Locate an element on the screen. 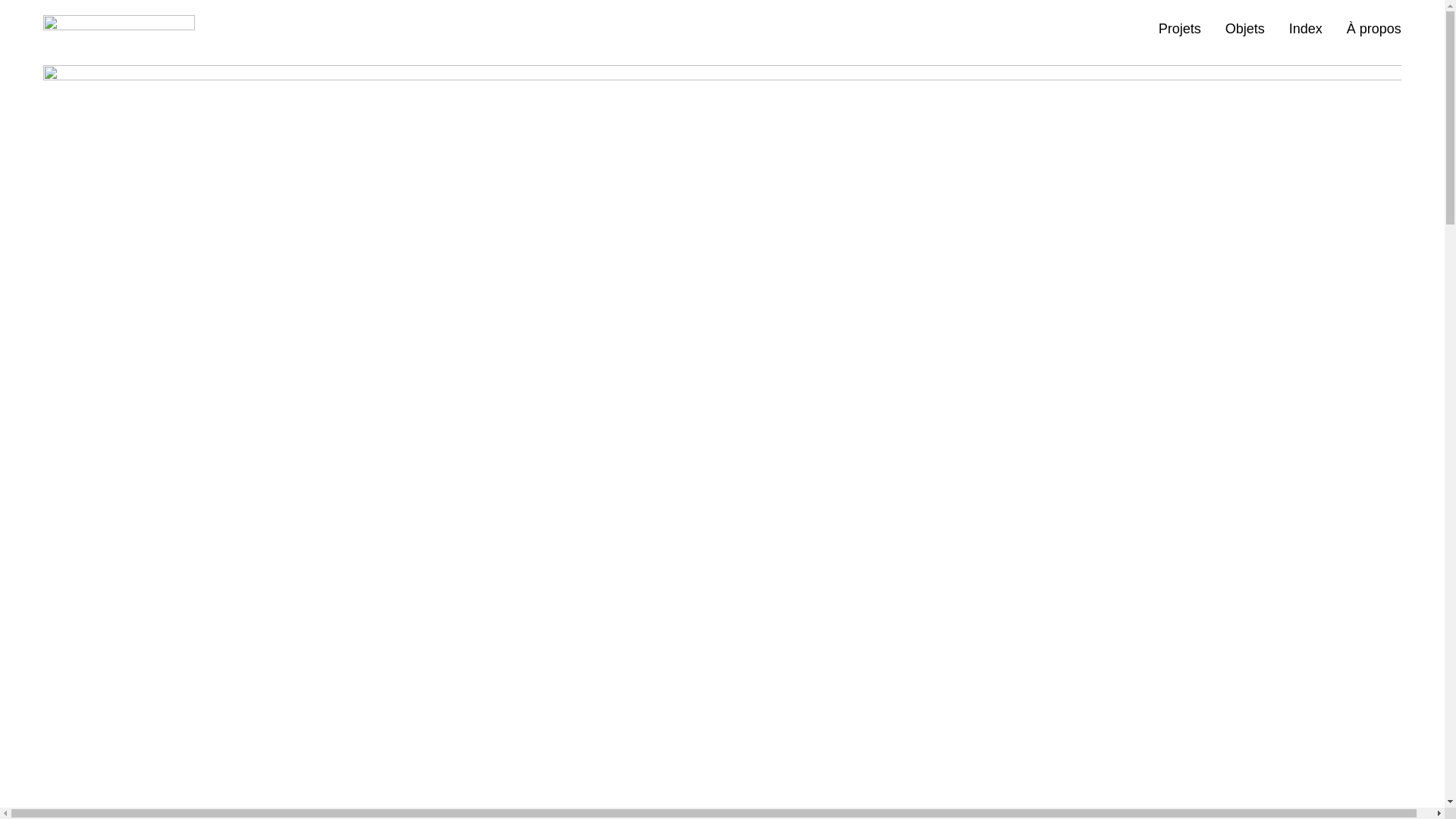 The image size is (1456, 819). 'Index' is located at coordinates (1305, 29).